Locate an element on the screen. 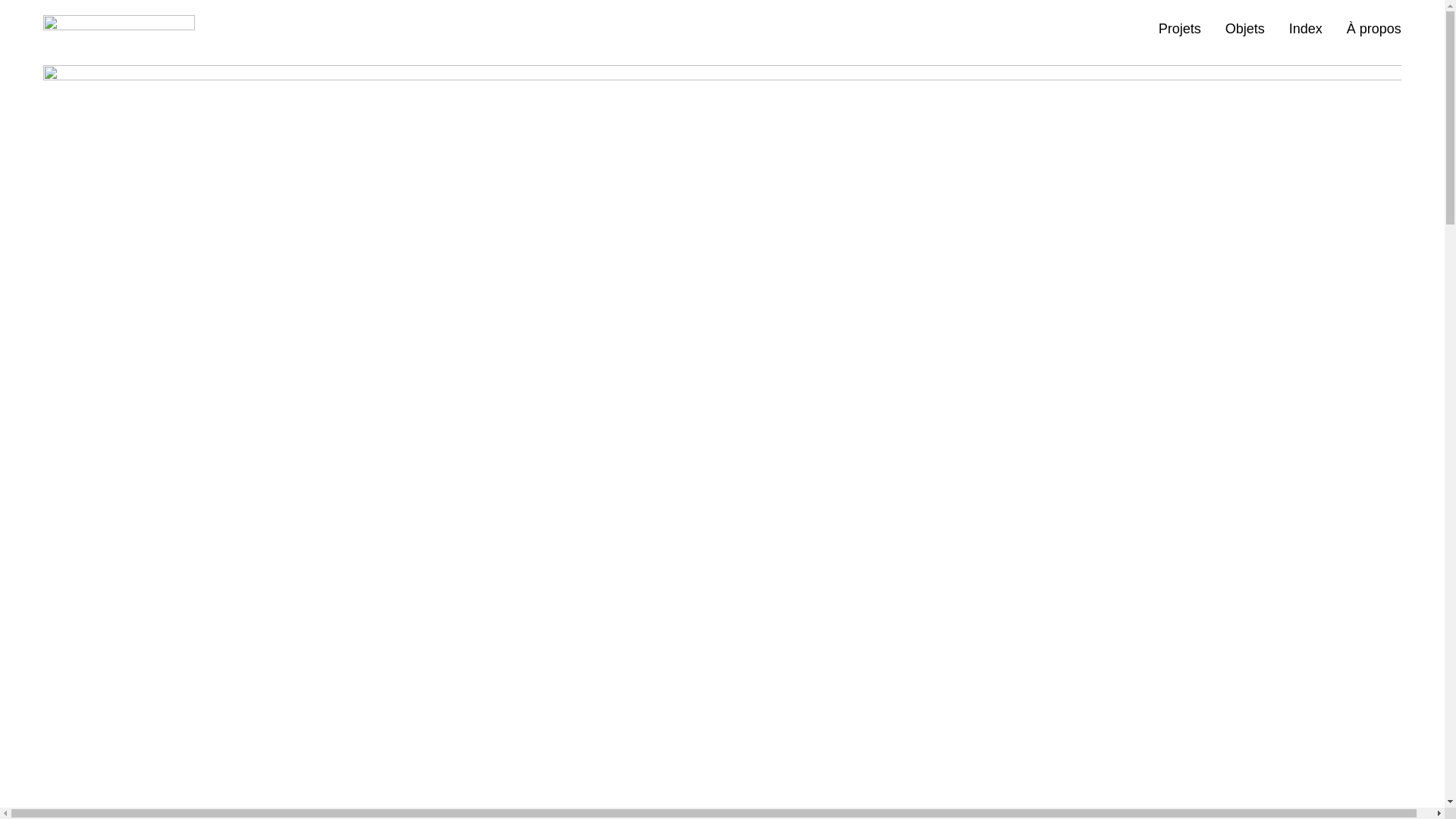 The image size is (1456, 819). 'Index' is located at coordinates (1305, 29).